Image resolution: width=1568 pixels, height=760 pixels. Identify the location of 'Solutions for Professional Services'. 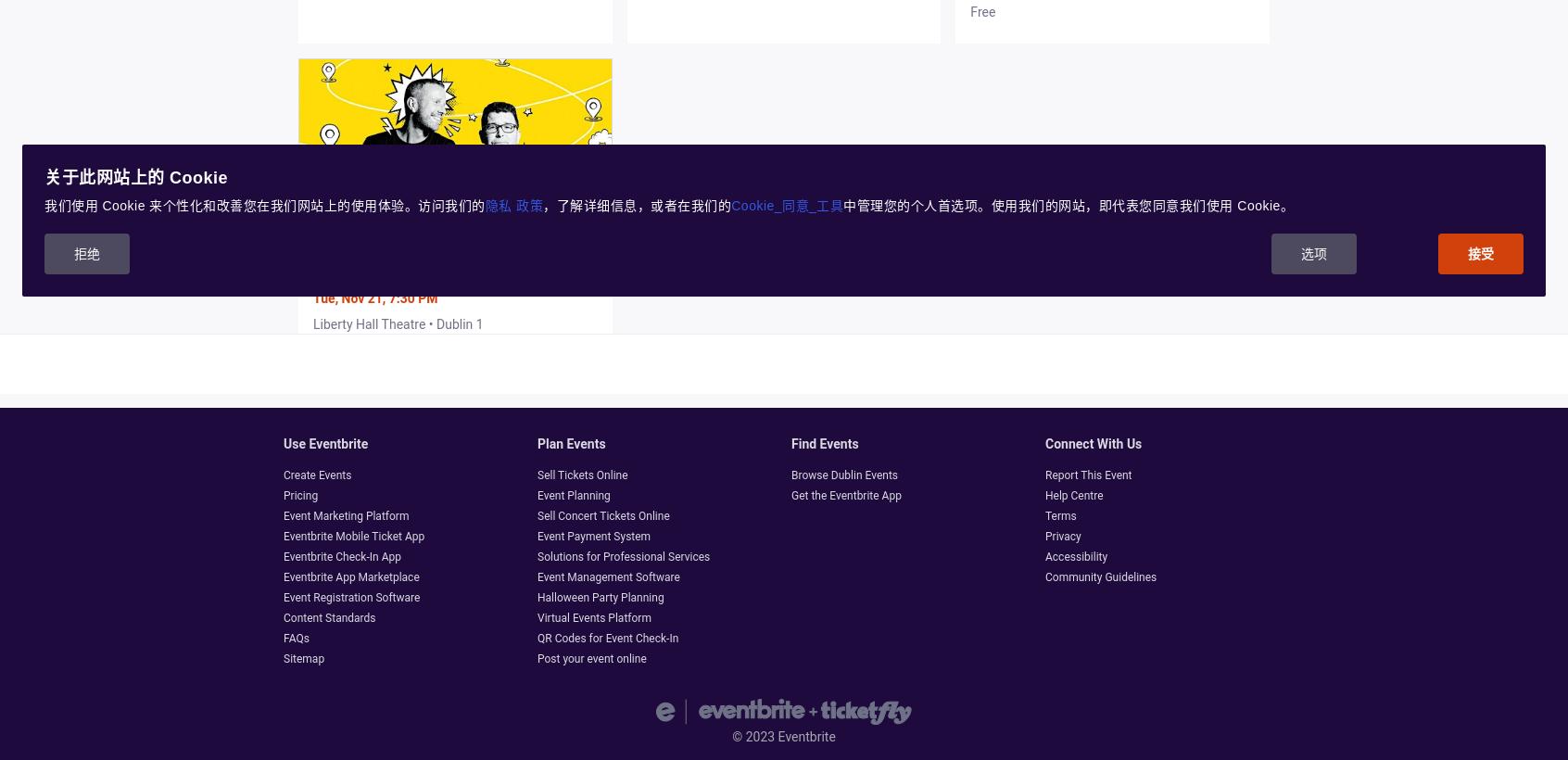
(537, 556).